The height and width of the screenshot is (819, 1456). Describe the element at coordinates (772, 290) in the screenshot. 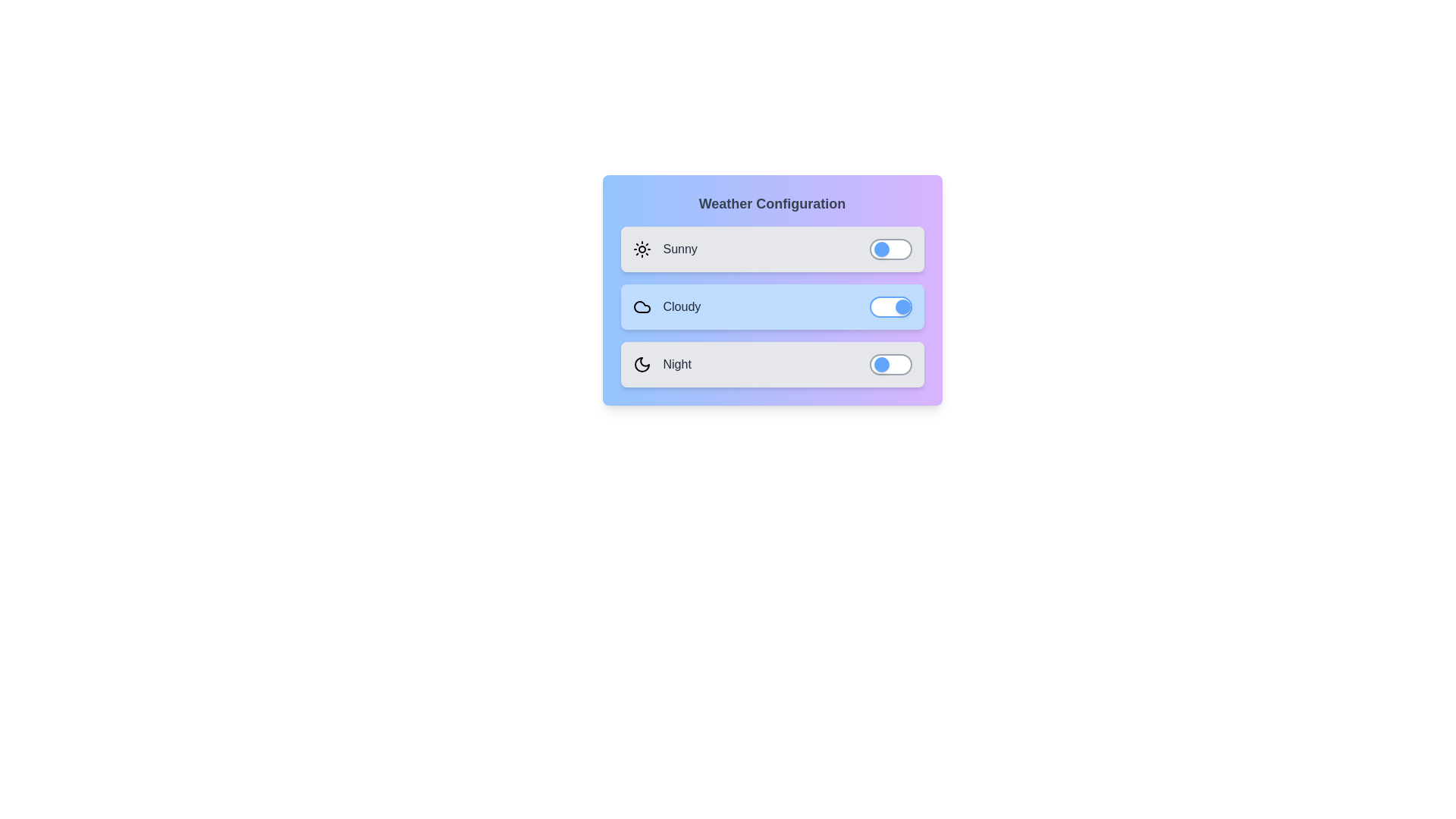

I see `the color gradient background of the WeatherControlPanel` at that location.